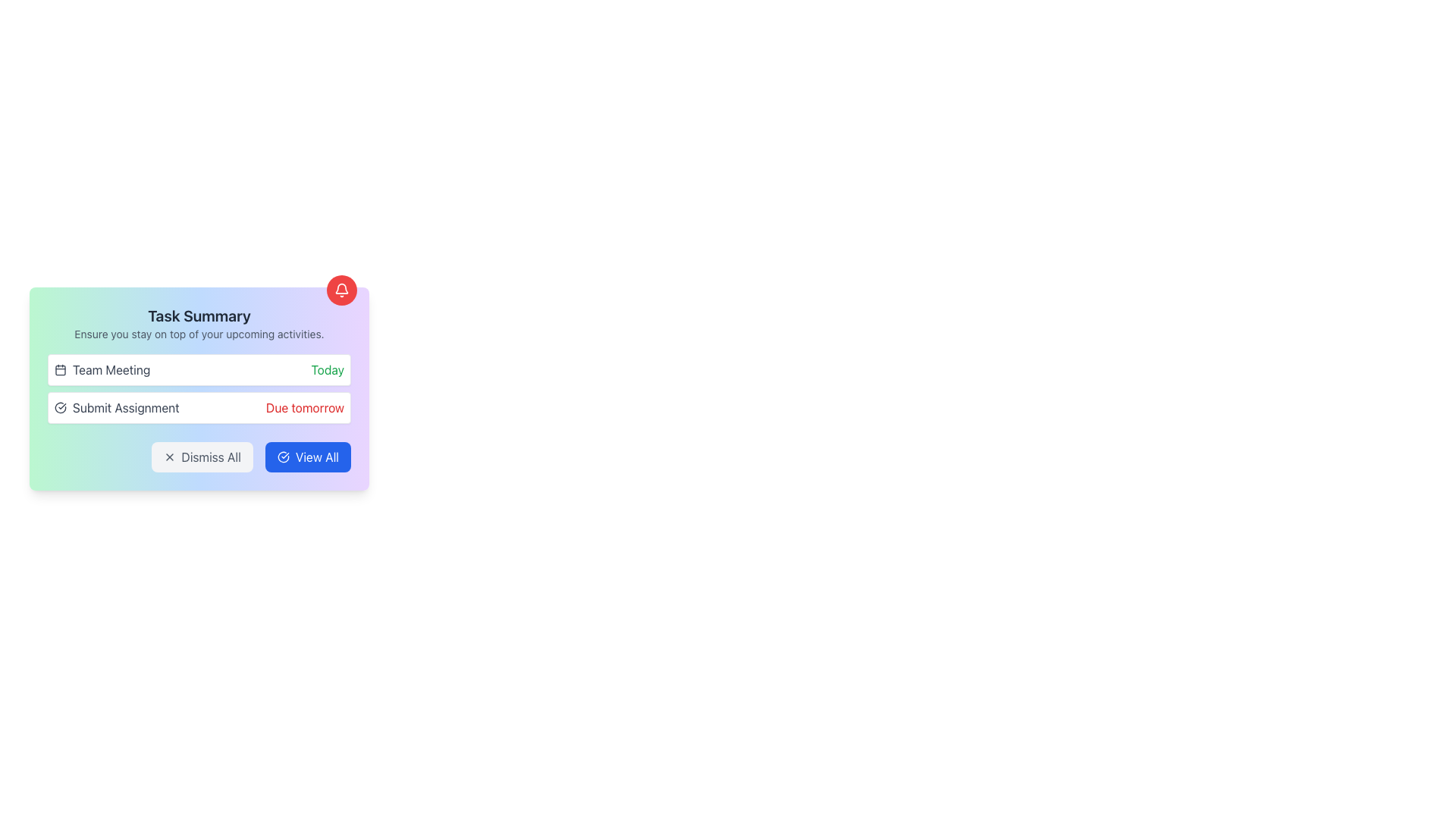  Describe the element at coordinates (341, 290) in the screenshot. I see `the bell-shaped icon in the top-right corner of the 'Task Summary' panel` at that location.